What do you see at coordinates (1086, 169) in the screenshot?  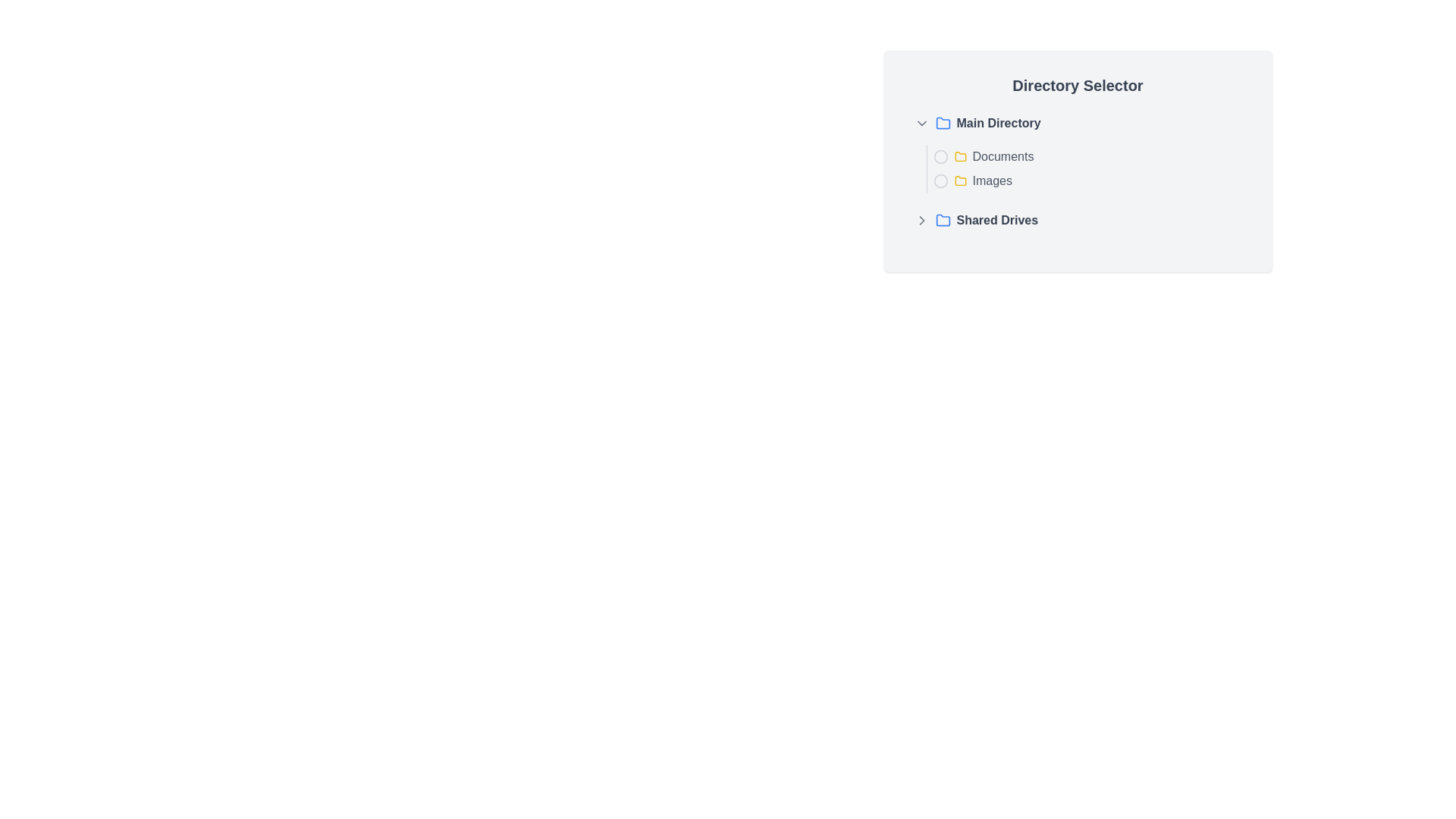 I see `the 'Directory Selector' panel containing the 'Documents' and 'Images' radio buttons` at bounding box center [1086, 169].